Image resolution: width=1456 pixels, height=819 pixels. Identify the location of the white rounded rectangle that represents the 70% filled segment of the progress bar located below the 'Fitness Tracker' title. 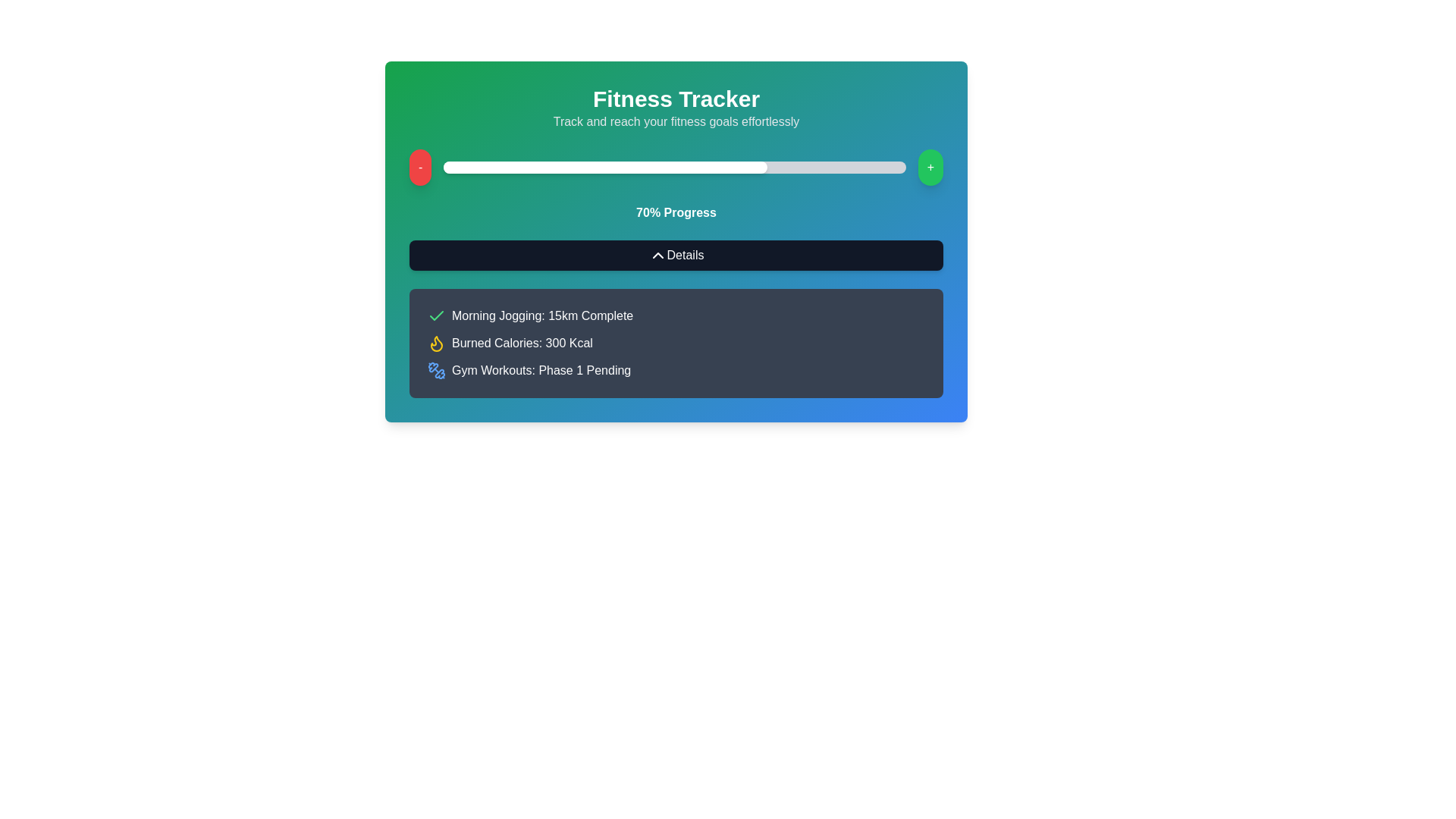
(604, 167).